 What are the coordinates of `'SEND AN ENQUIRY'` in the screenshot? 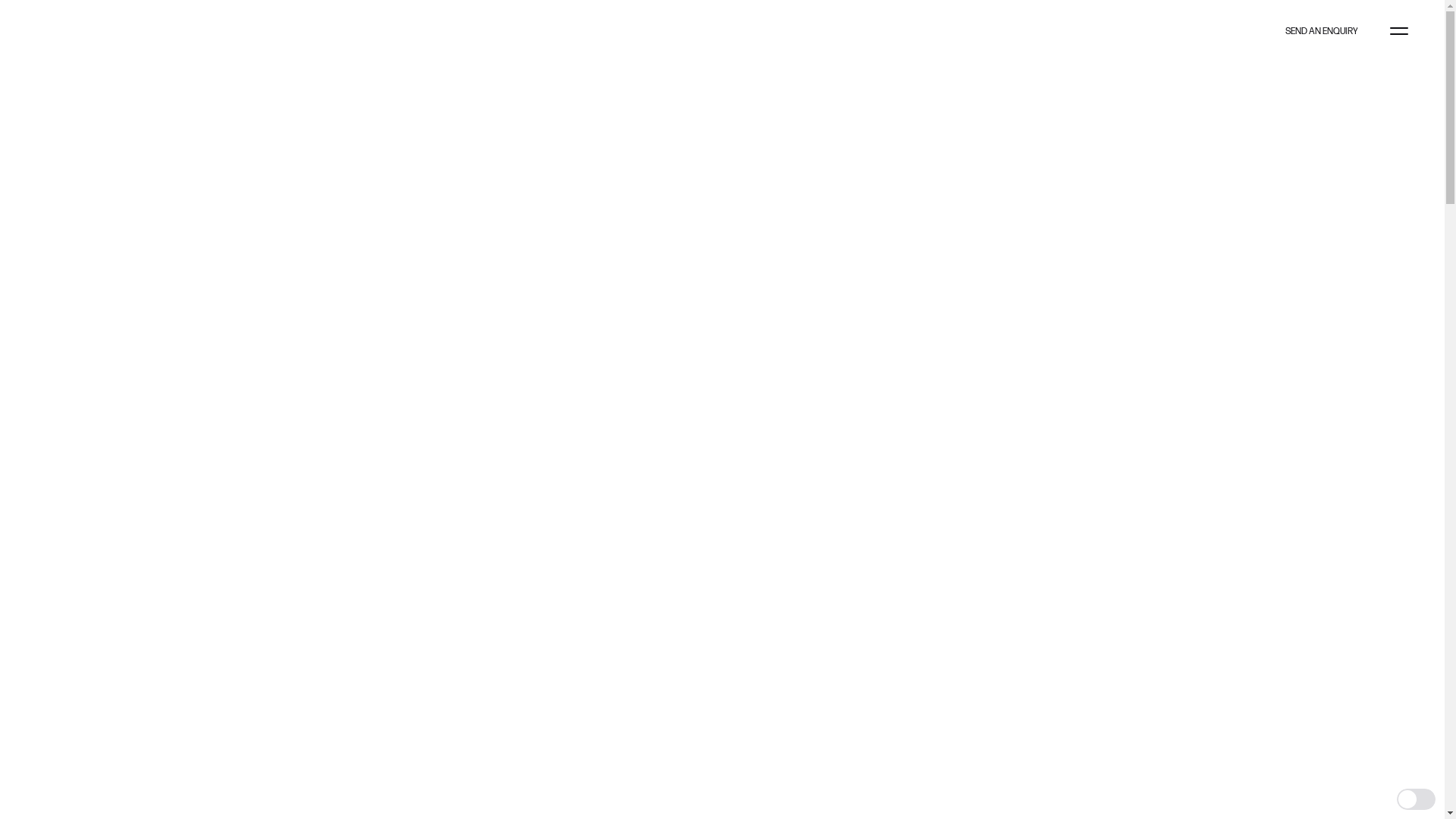 It's located at (1320, 32).